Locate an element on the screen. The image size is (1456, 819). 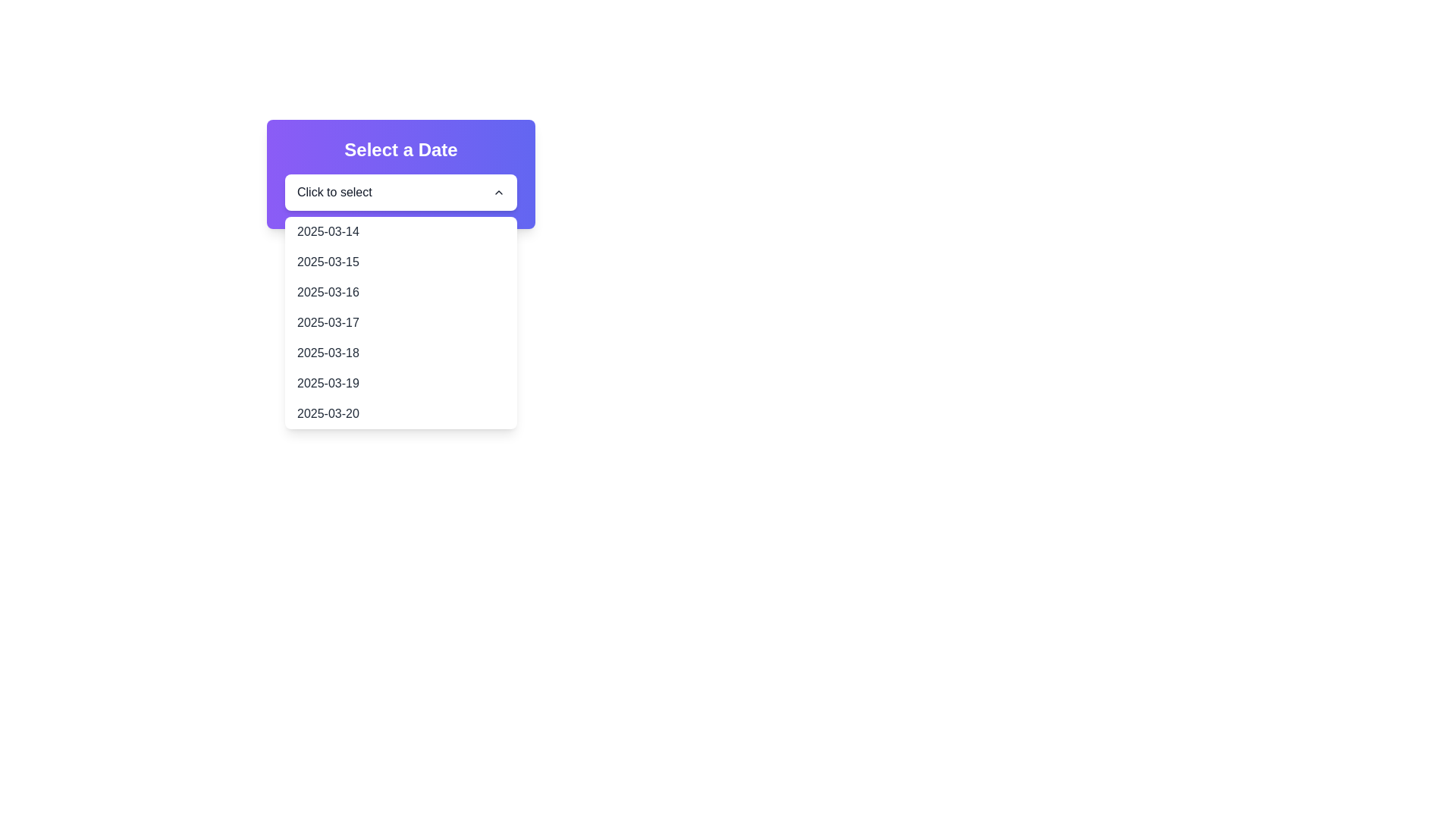
the first list item displaying the date '2025-03-14' in the dropdown menu is located at coordinates (400, 231).